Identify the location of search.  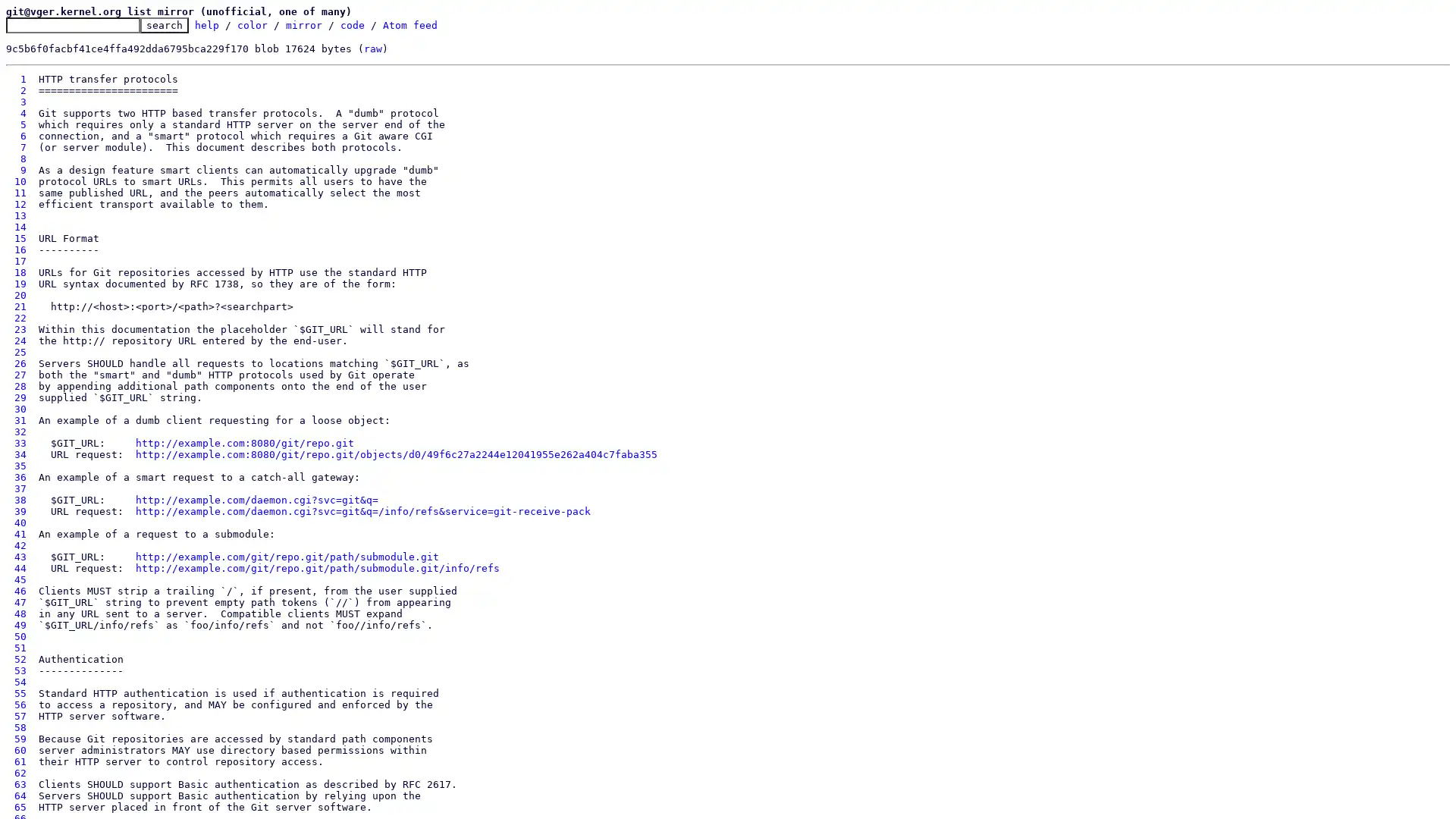
(164, 25).